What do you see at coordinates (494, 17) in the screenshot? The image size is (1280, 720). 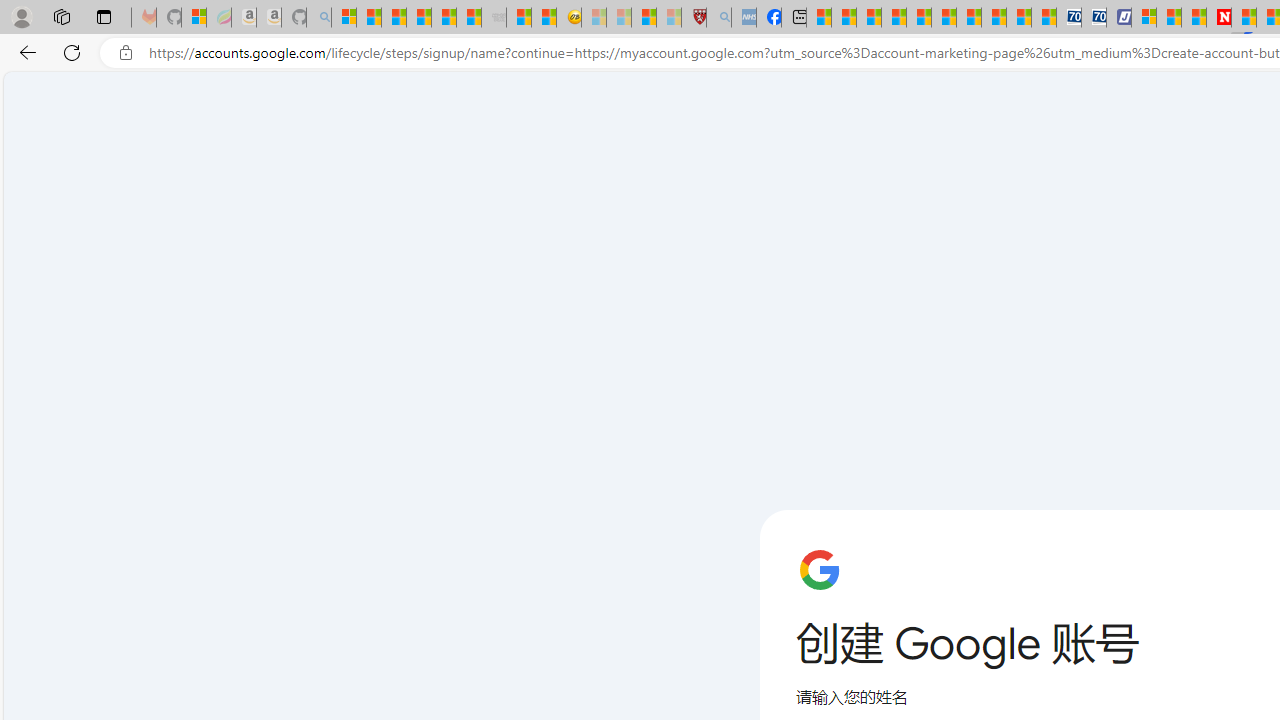 I see `'Combat Siege - Sleeping'` at bounding box center [494, 17].